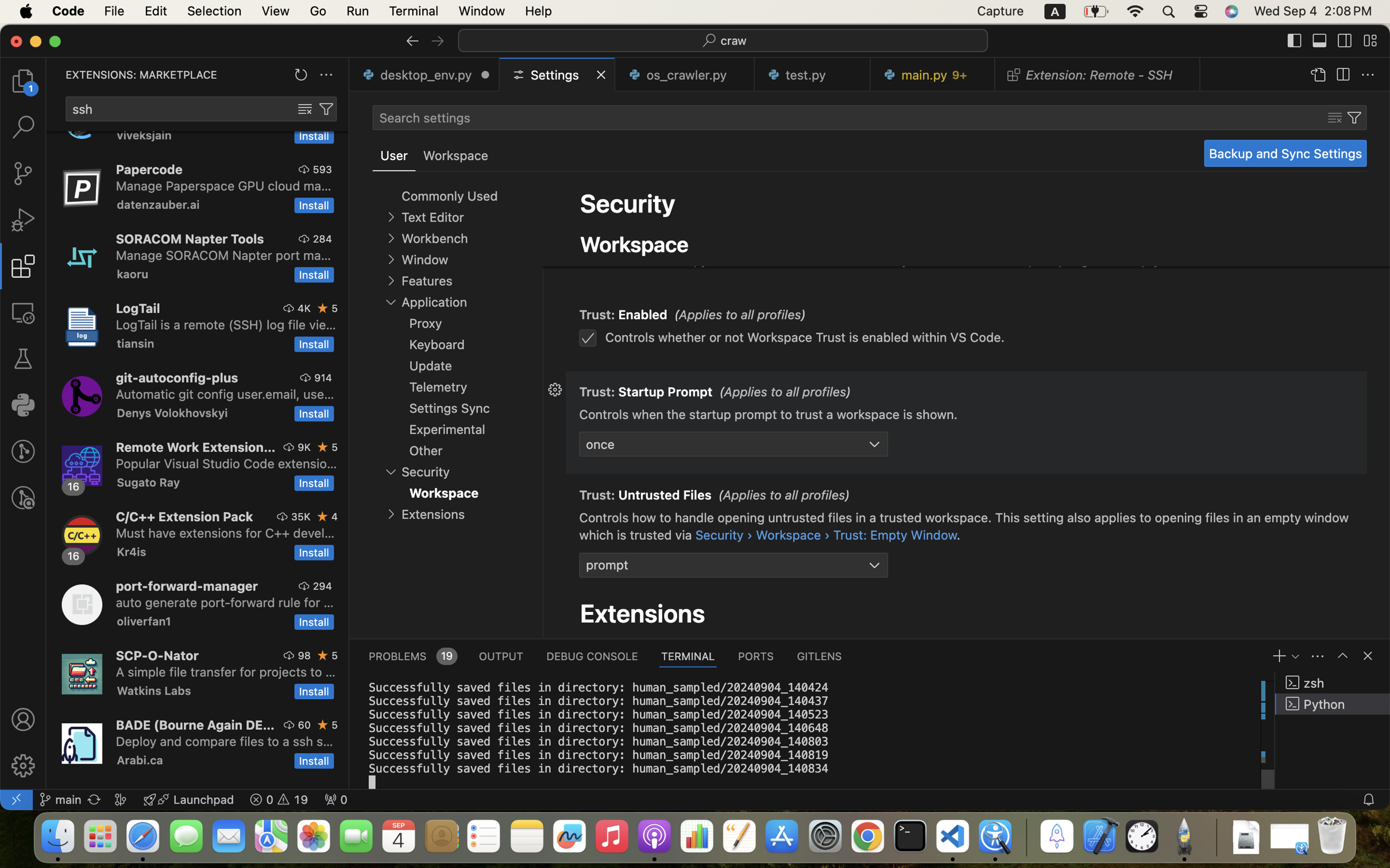 This screenshot has width=1390, height=868. Describe the element at coordinates (159, 204) in the screenshot. I see `'datenzauber.ai'` at that location.